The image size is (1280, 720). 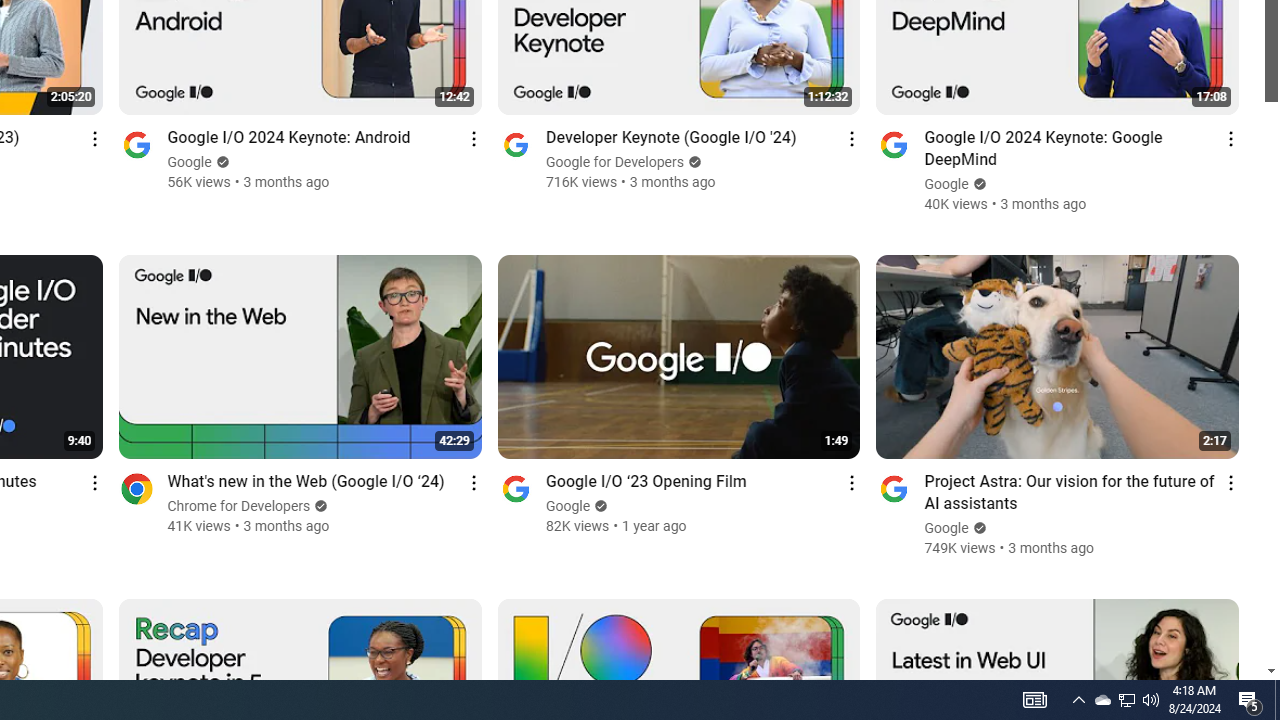 What do you see at coordinates (1229, 482) in the screenshot?
I see `'Action menu'` at bounding box center [1229, 482].